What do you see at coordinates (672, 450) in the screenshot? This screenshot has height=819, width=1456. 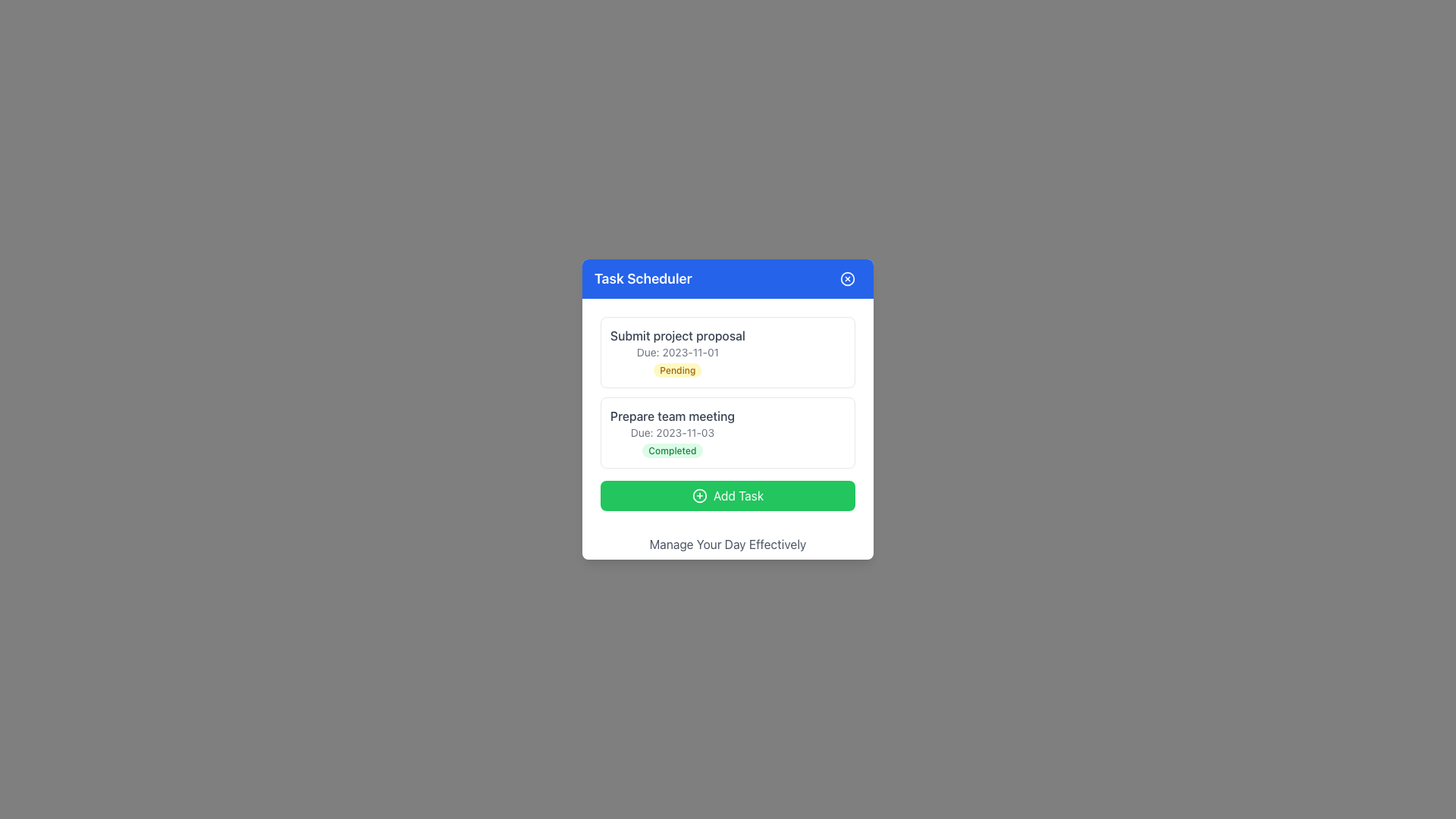 I see `the 'Completed' badge, which is a small pill-shaped element with rounded edges and a light green background, located in the second task item labeled 'Prepare team meeting'` at bounding box center [672, 450].